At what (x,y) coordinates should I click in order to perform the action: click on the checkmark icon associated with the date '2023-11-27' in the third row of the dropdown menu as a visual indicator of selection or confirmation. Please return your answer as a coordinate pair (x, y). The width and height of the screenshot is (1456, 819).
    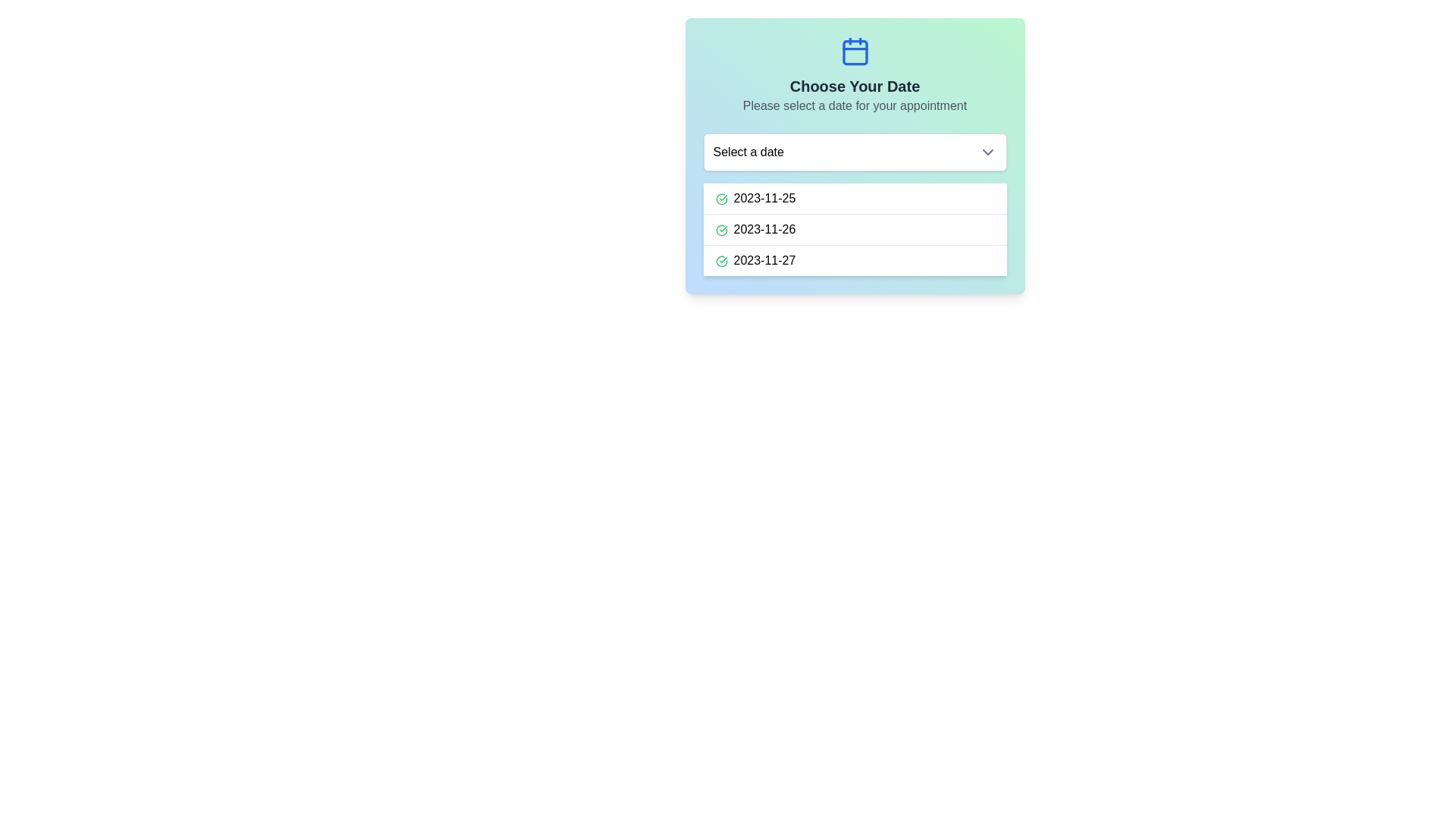
    Looking at the image, I should click on (720, 260).